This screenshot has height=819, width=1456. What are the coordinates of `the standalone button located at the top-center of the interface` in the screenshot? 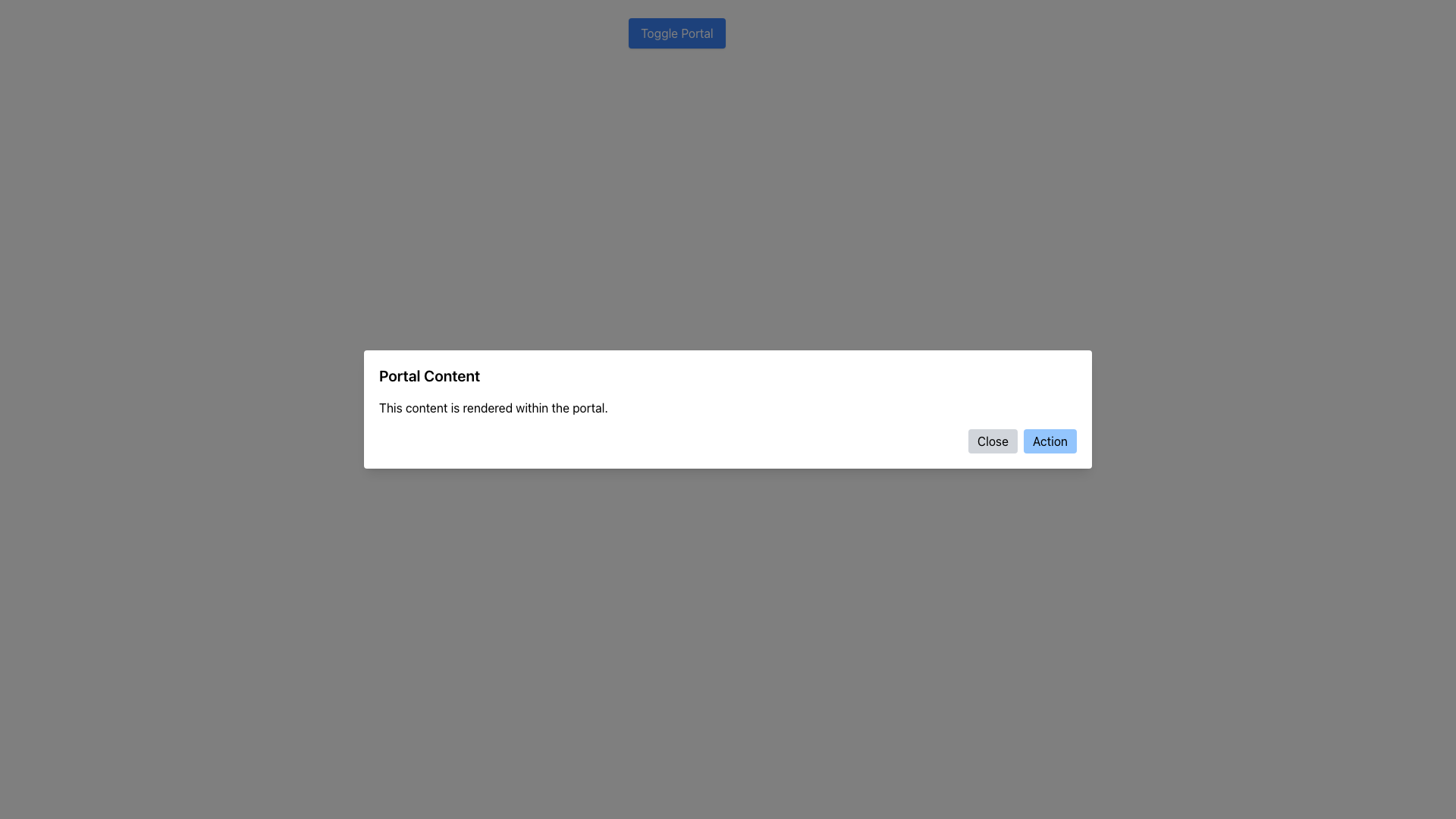 It's located at (676, 33).